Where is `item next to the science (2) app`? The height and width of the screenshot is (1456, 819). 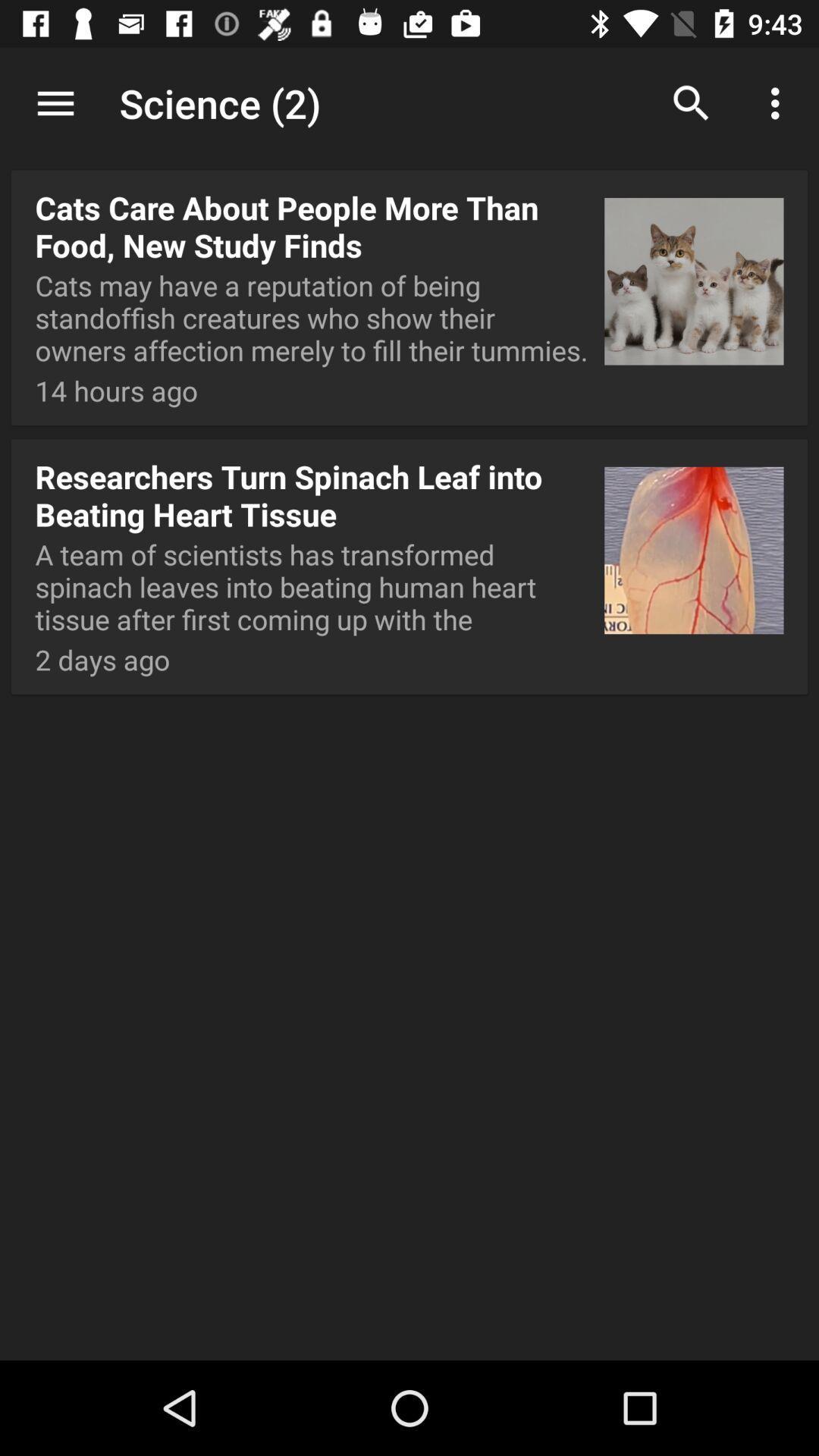 item next to the science (2) app is located at coordinates (55, 102).